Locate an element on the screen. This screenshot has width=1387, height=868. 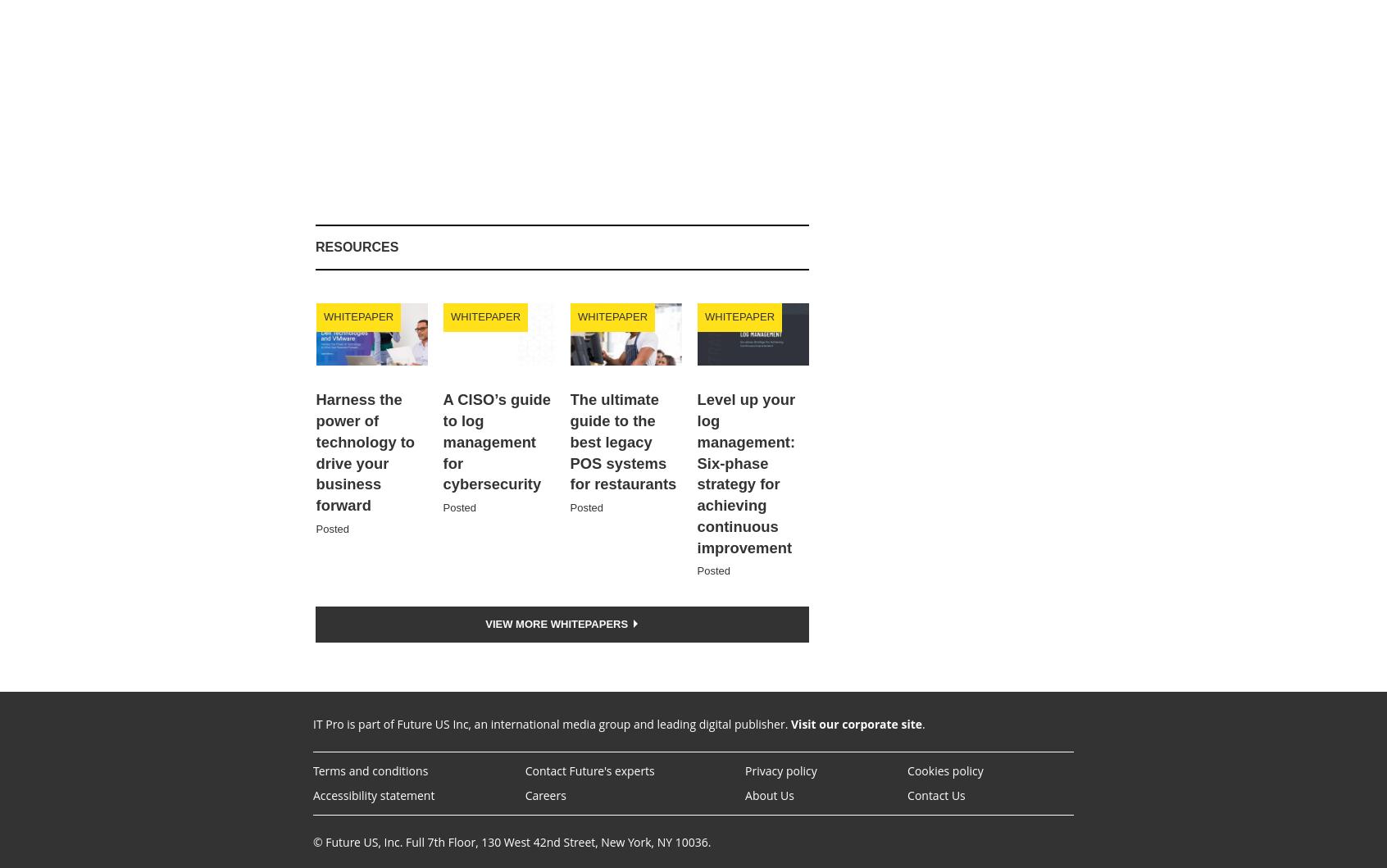
'Privacy policy' is located at coordinates (744, 770).